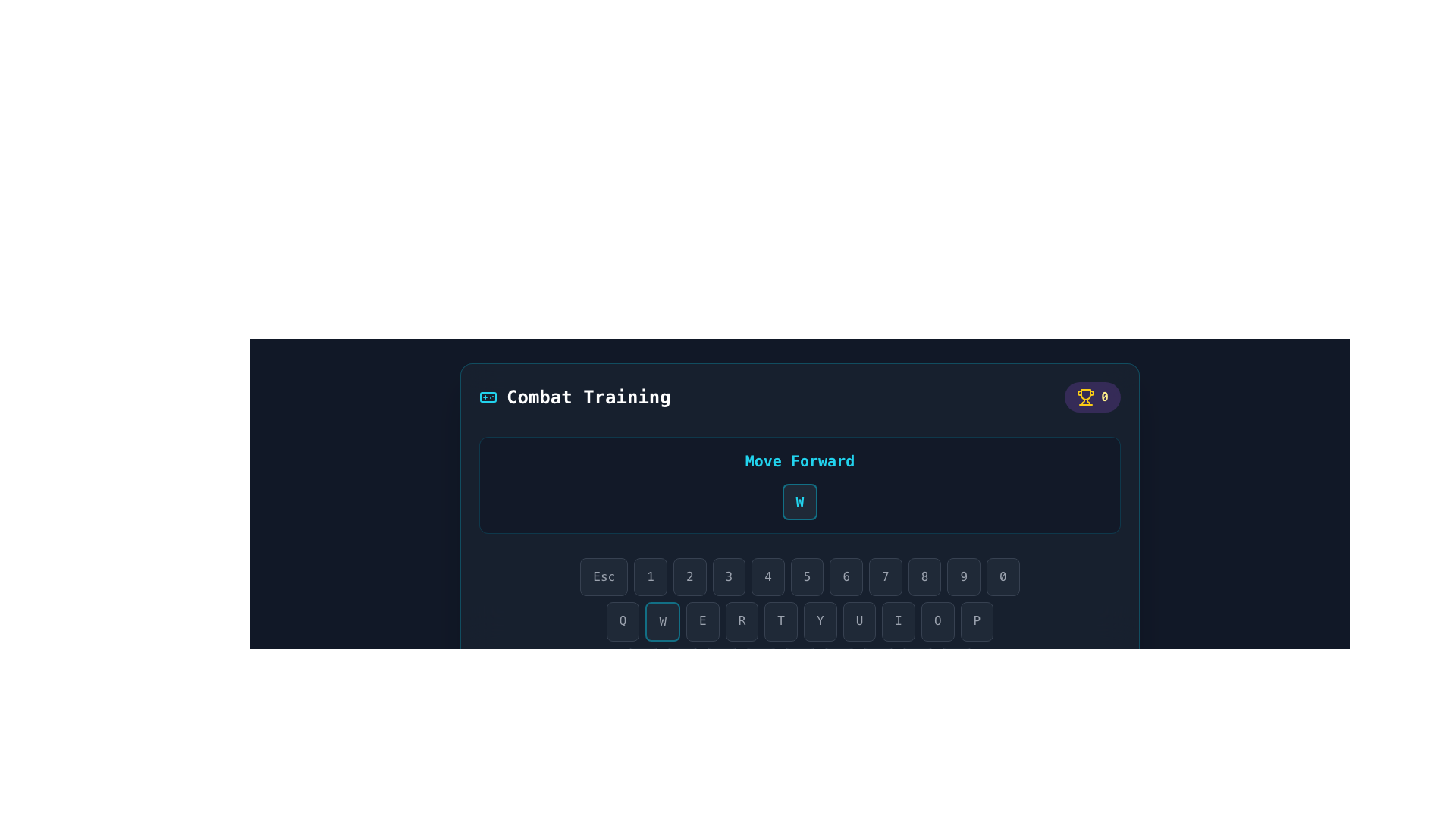  I want to click on the fifth button in the first row of a keyboard-like interface, which is a key-like component used for input or selection, so click(799, 576).